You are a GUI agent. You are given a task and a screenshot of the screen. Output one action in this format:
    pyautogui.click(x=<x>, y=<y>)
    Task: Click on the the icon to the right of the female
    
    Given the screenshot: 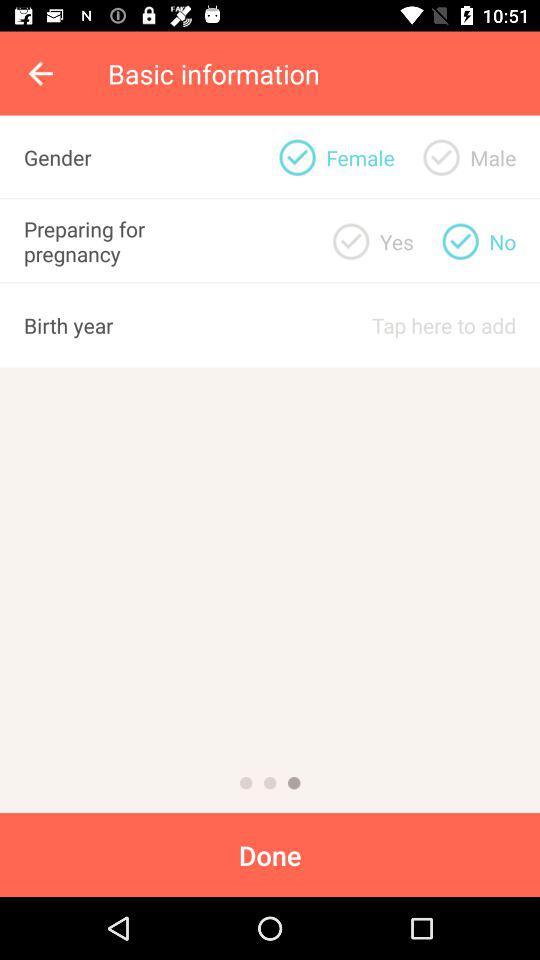 What is the action you would take?
    pyautogui.click(x=441, y=156)
    